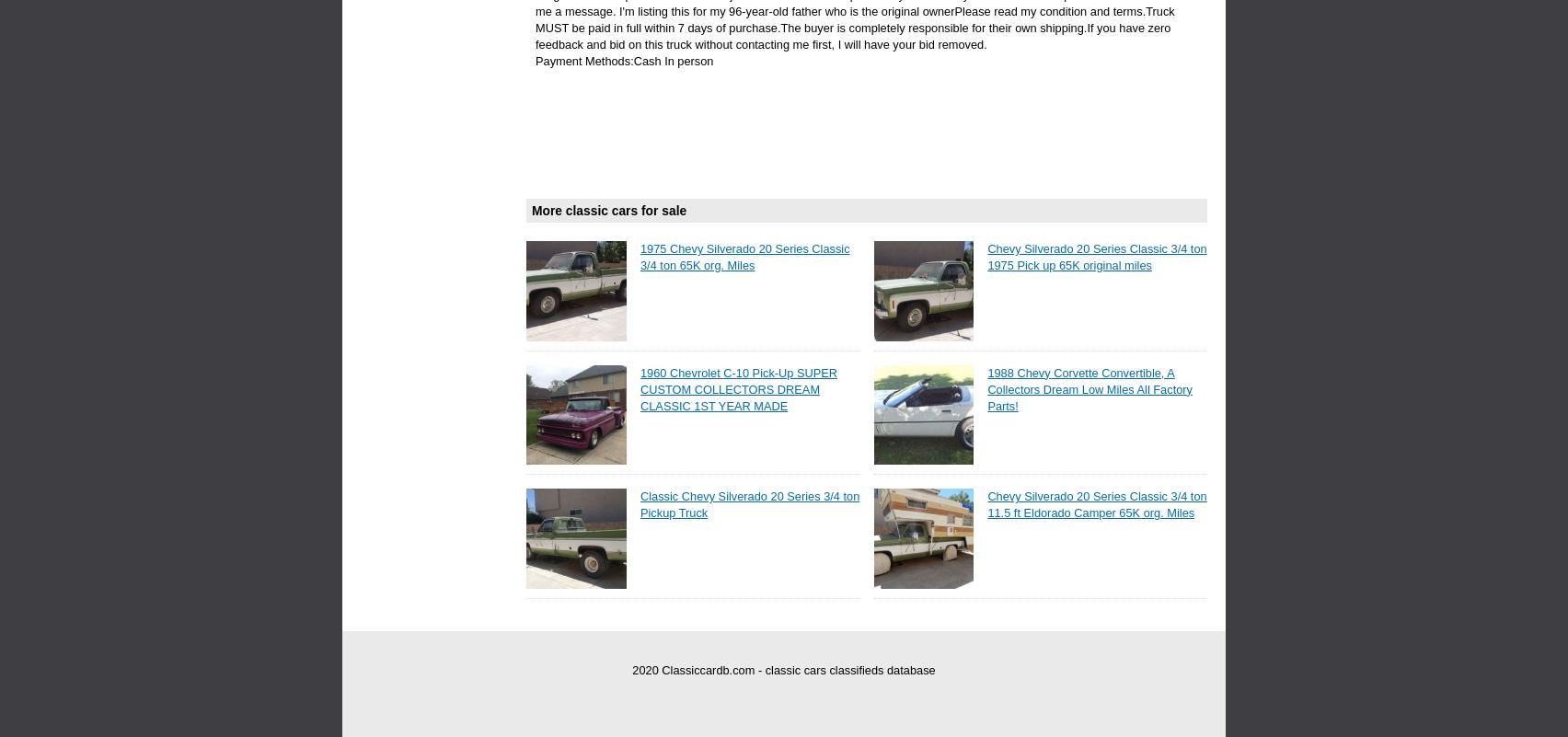  Describe the element at coordinates (608, 211) in the screenshot. I see `'More classic cars for sale'` at that location.